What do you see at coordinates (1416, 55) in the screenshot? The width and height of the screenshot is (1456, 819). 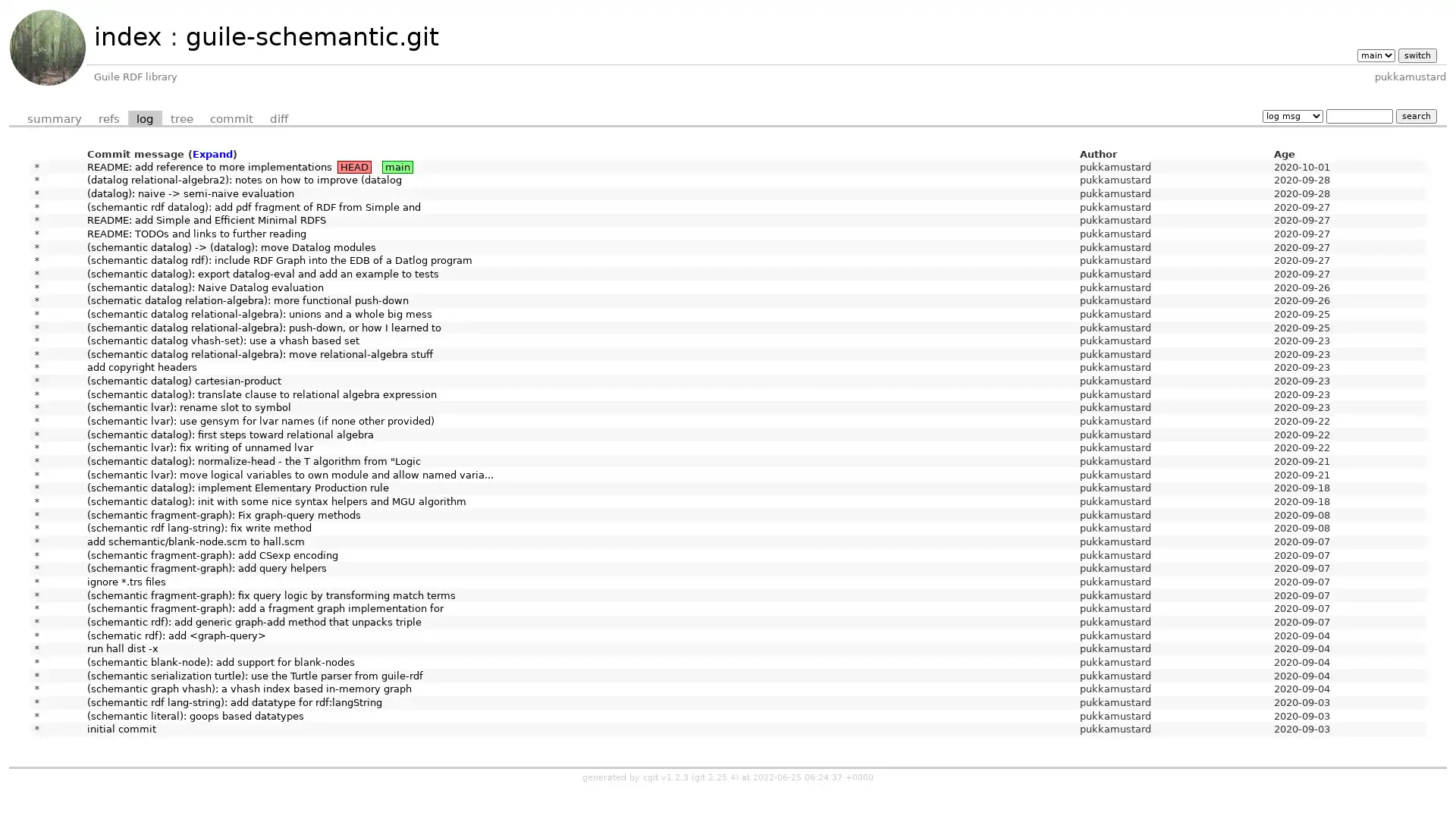 I see `switch` at bounding box center [1416, 55].